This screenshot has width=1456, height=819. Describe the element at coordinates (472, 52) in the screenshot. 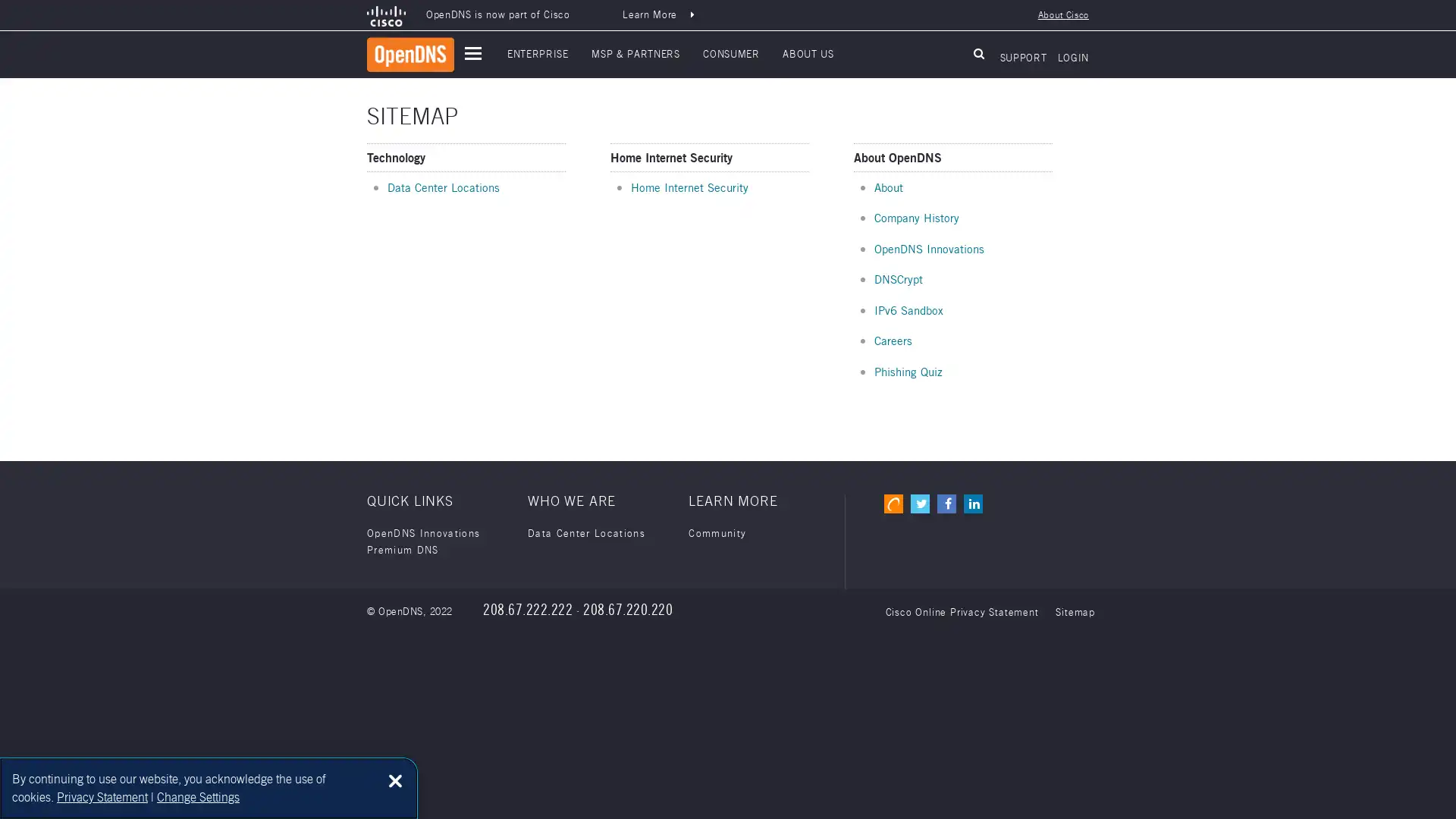

I see `open main navigation` at that location.